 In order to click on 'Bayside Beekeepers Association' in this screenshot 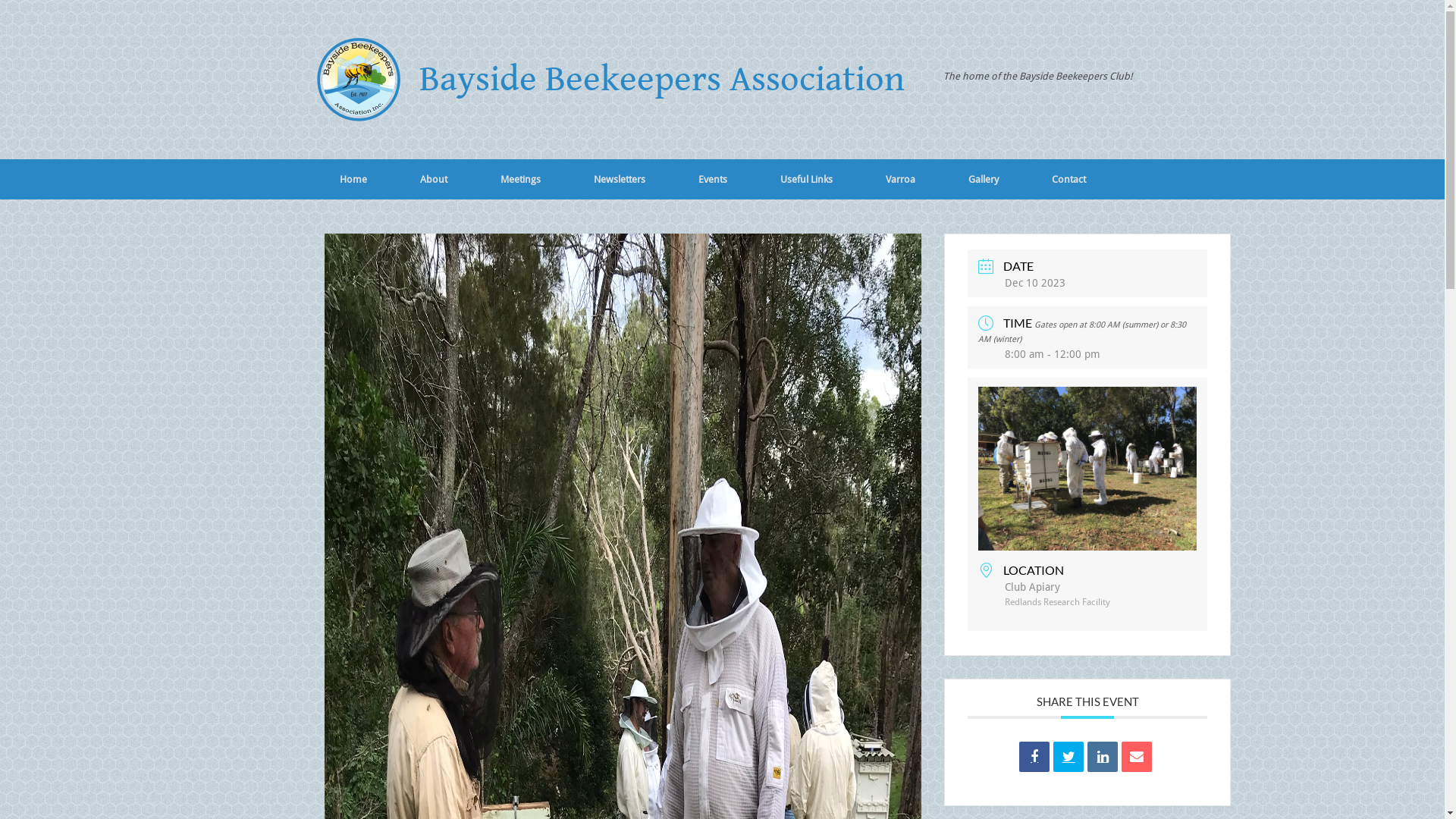, I will do `click(607, 79)`.